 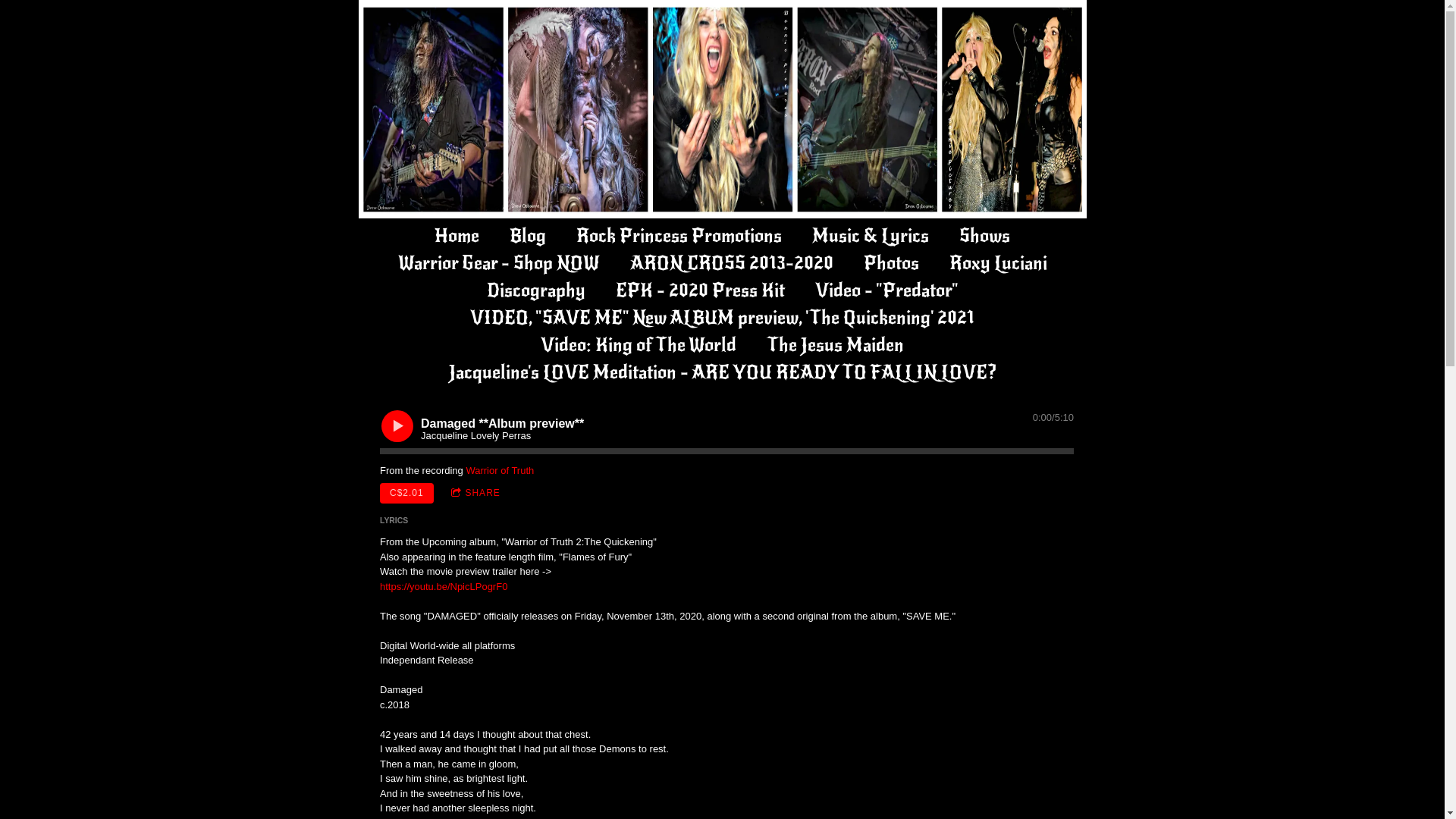 I want to click on 'Blog', so click(x=510, y=236).